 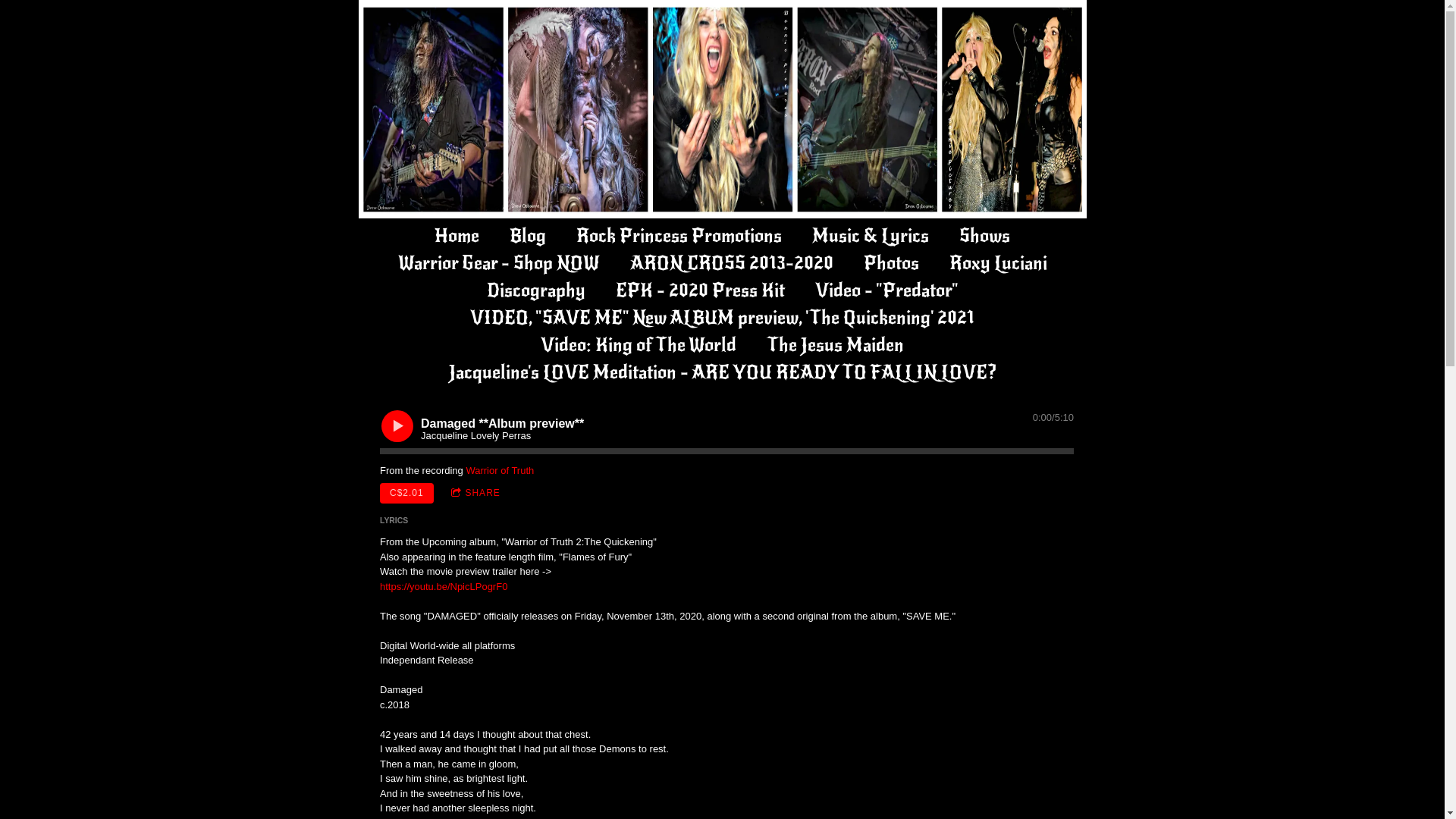 I want to click on 'Blog', so click(x=510, y=236).